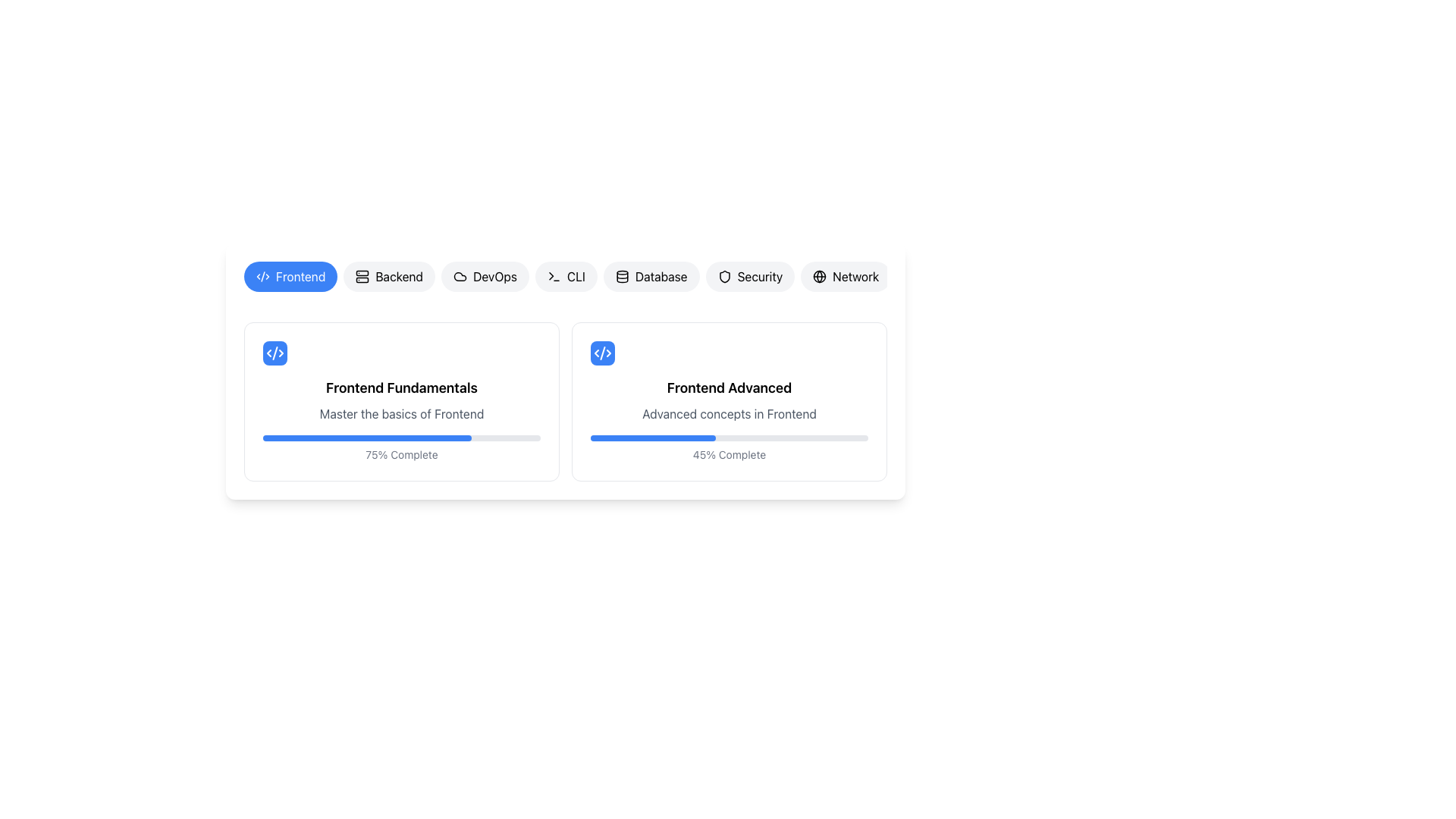 Image resolution: width=1456 pixels, height=819 pixels. Describe the element at coordinates (723, 277) in the screenshot. I see `the 'Security' button by moving the cursor to the center of the shield icon located at the leftmost side of the button` at that location.